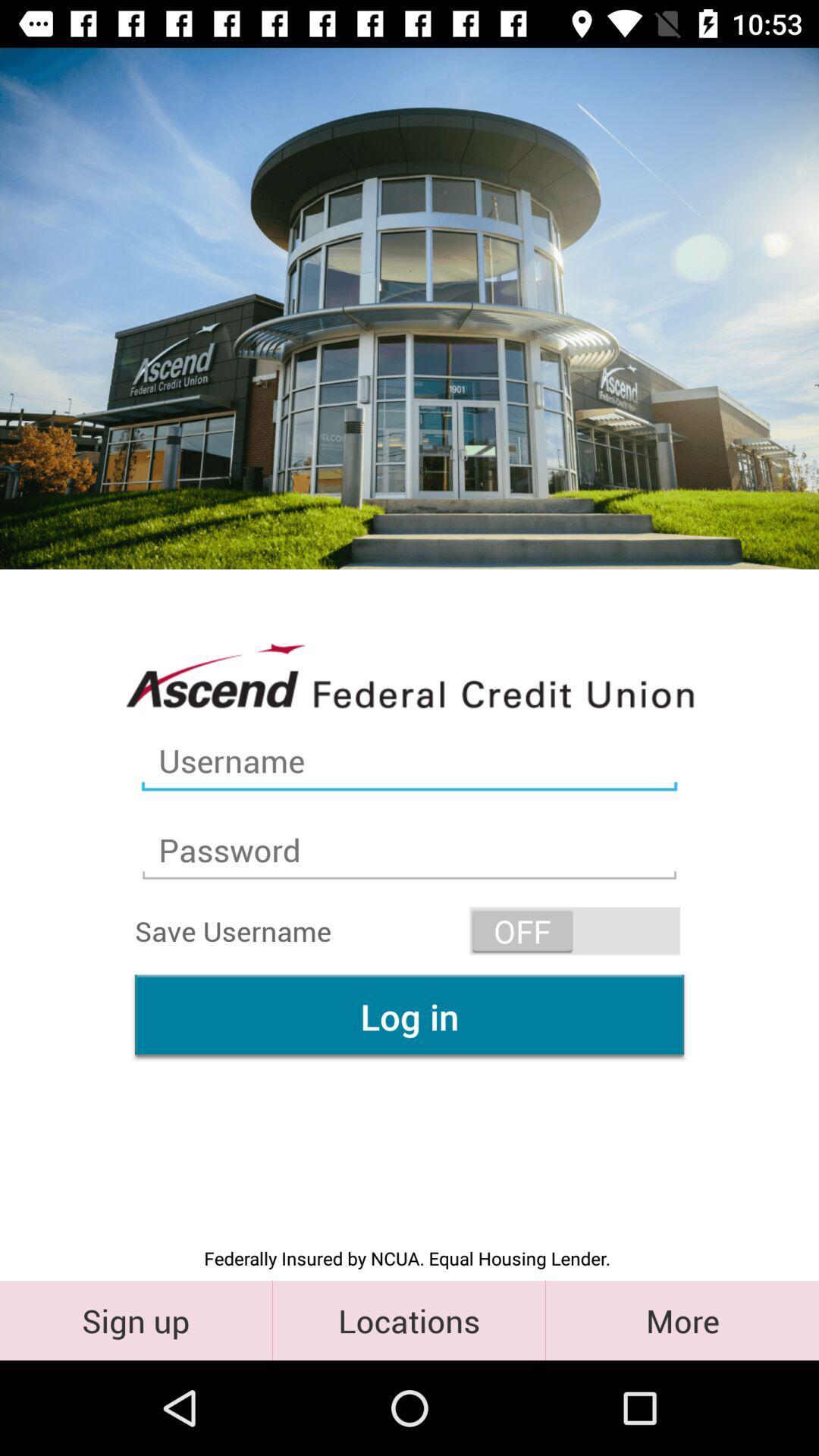 This screenshot has height=1456, width=819. Describe the element at coordinates (409, 850) in the screenshot. I see `second text field` at that location.